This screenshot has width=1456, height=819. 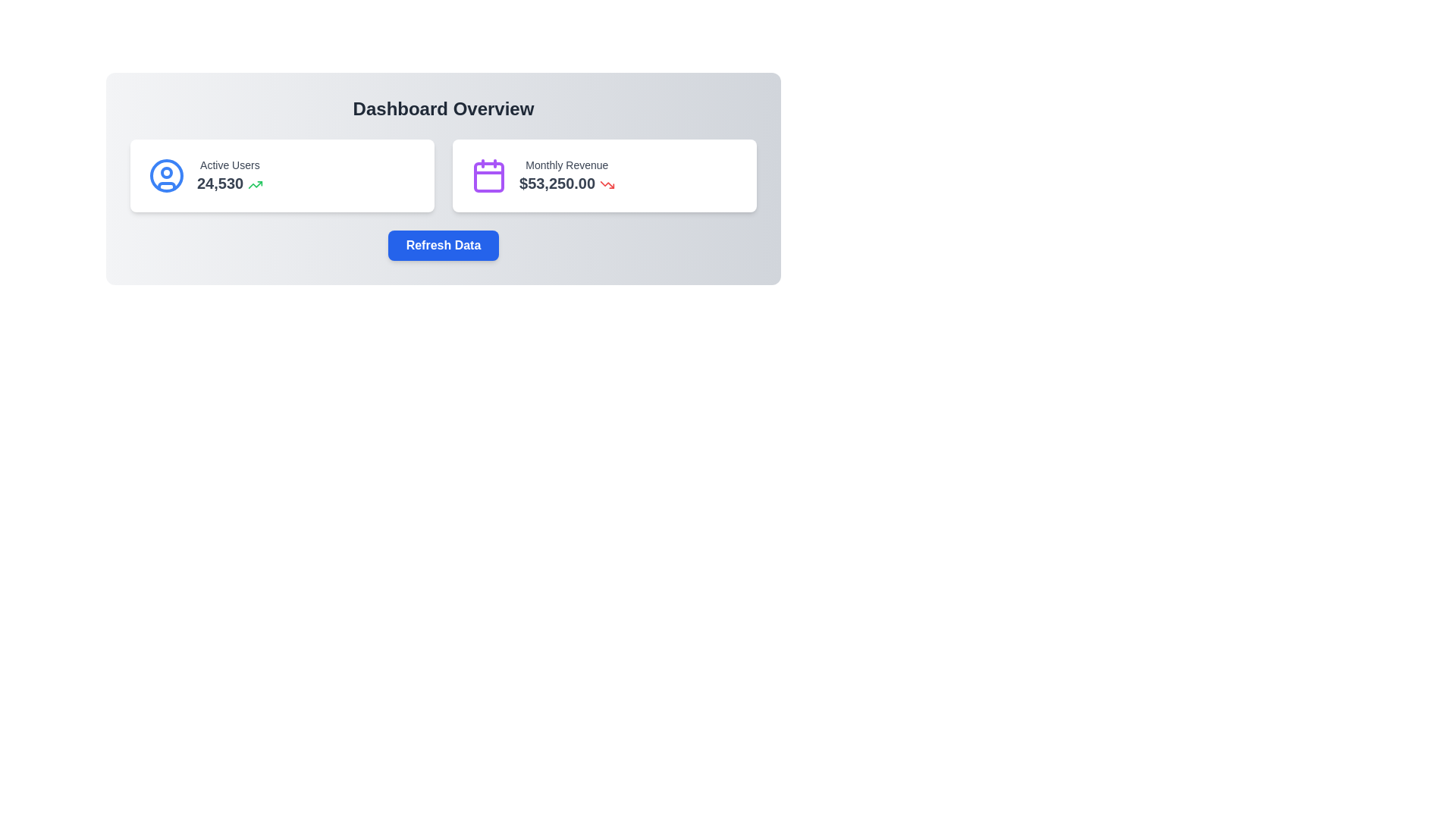 What do you see at coordinates (488, 177) in the screenshot?
I see `the rectangular graphical component with rounded corners located within the calendar icon, positioned below the header area and occupying the center of the icon` at bounding box center [488, 177].